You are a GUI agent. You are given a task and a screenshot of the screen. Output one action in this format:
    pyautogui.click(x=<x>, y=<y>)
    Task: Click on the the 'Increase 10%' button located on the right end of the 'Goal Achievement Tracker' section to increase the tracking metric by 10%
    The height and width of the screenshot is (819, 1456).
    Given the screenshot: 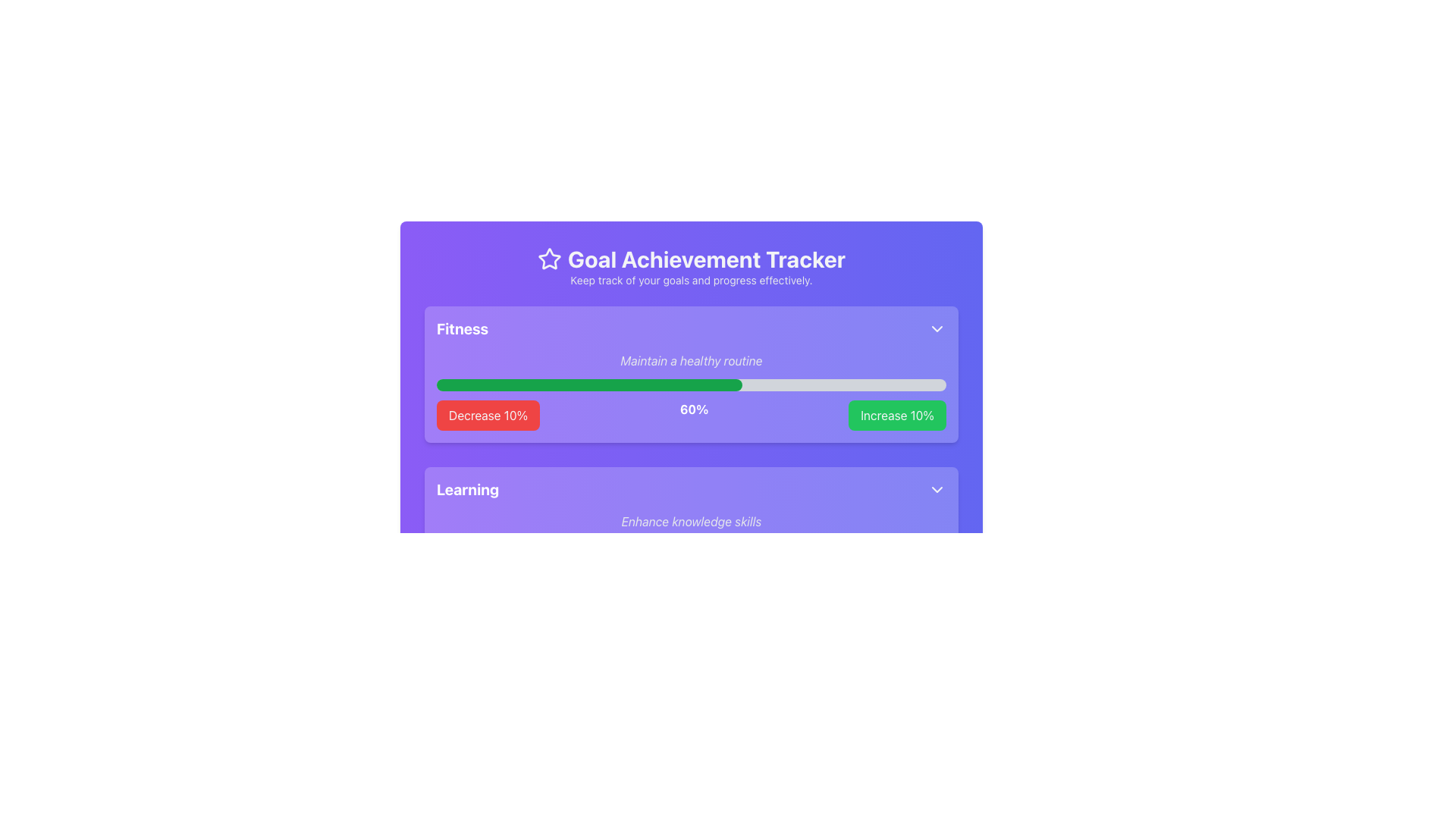 What is the action you would take?
    pyautogui.click(x=897, y=415)
    